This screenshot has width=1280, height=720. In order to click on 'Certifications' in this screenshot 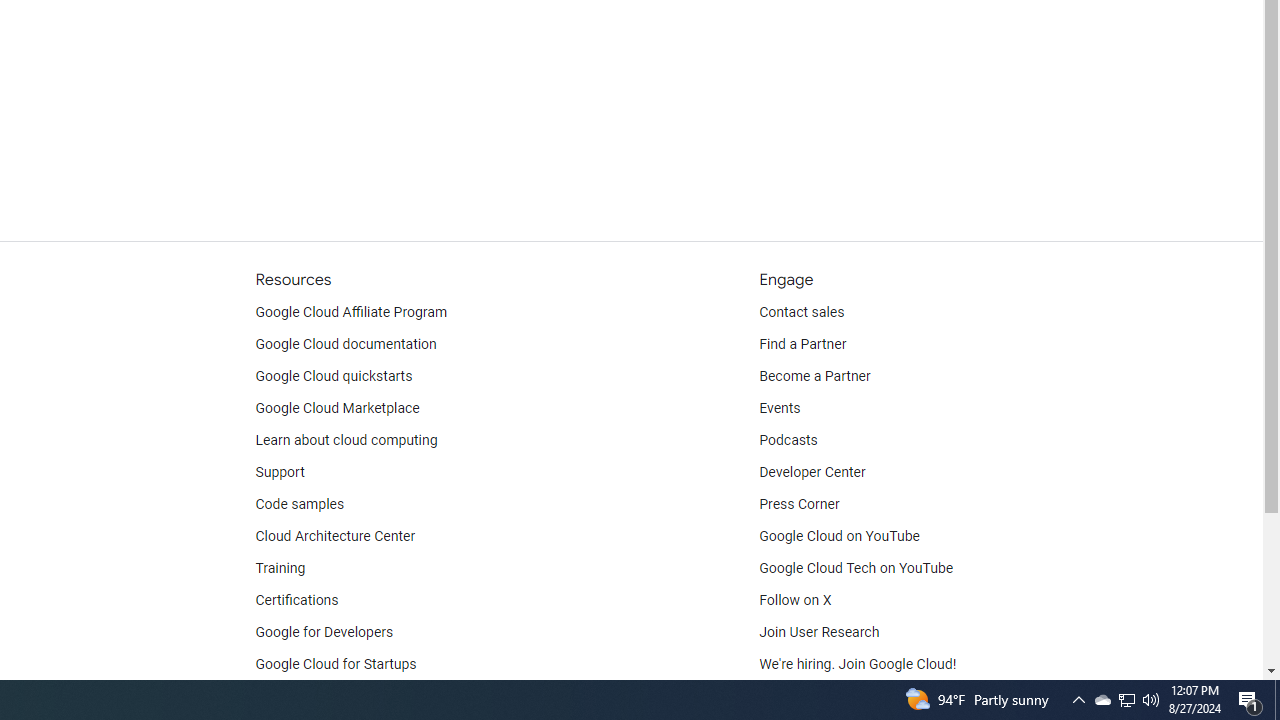, I will do `click(295, 599)`.